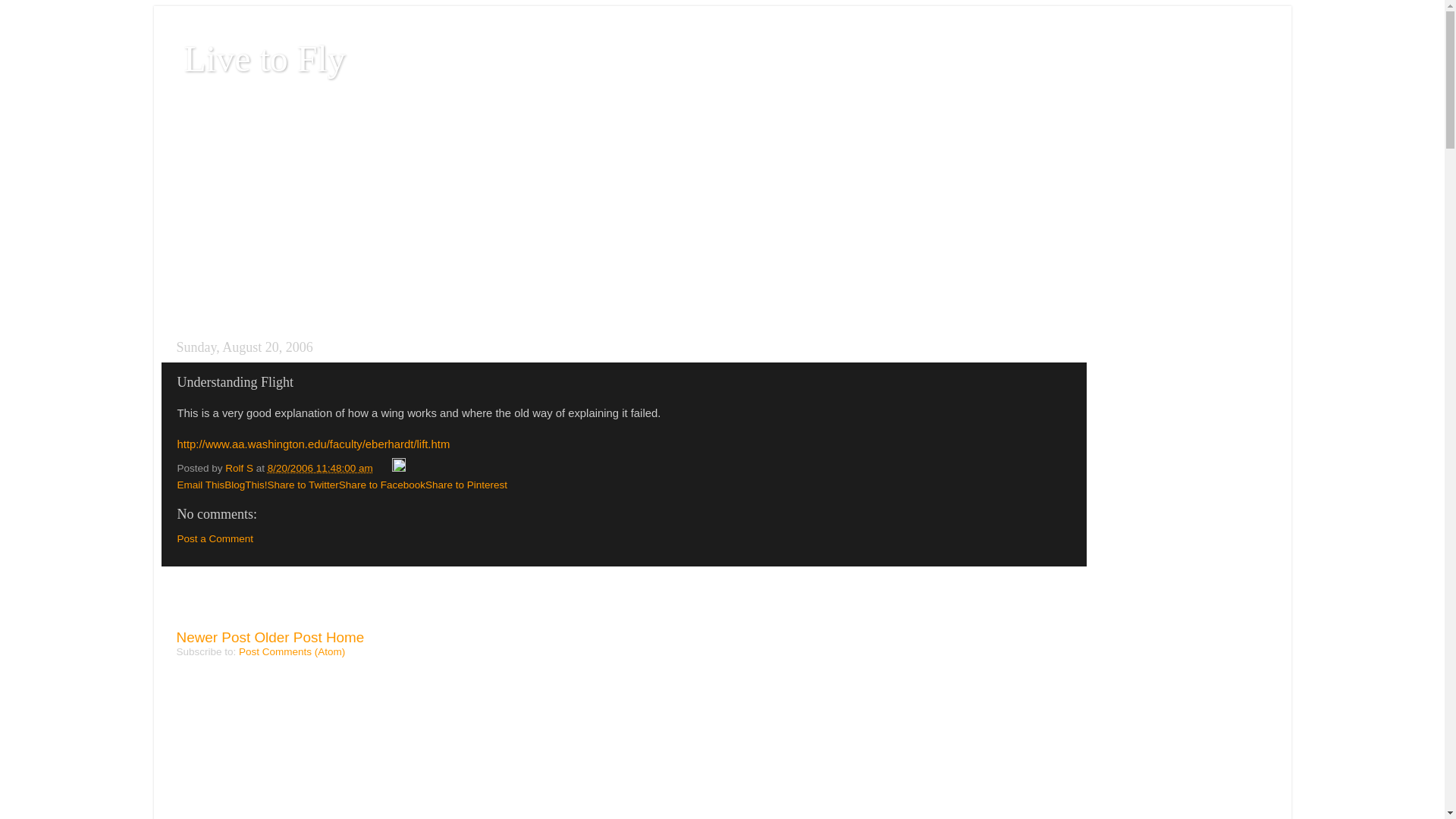 The width and height of the screenshot is (1456, 819). Describe the element at coordinates (177, 485) in the screenshot. I see `'Email This'` at that location.